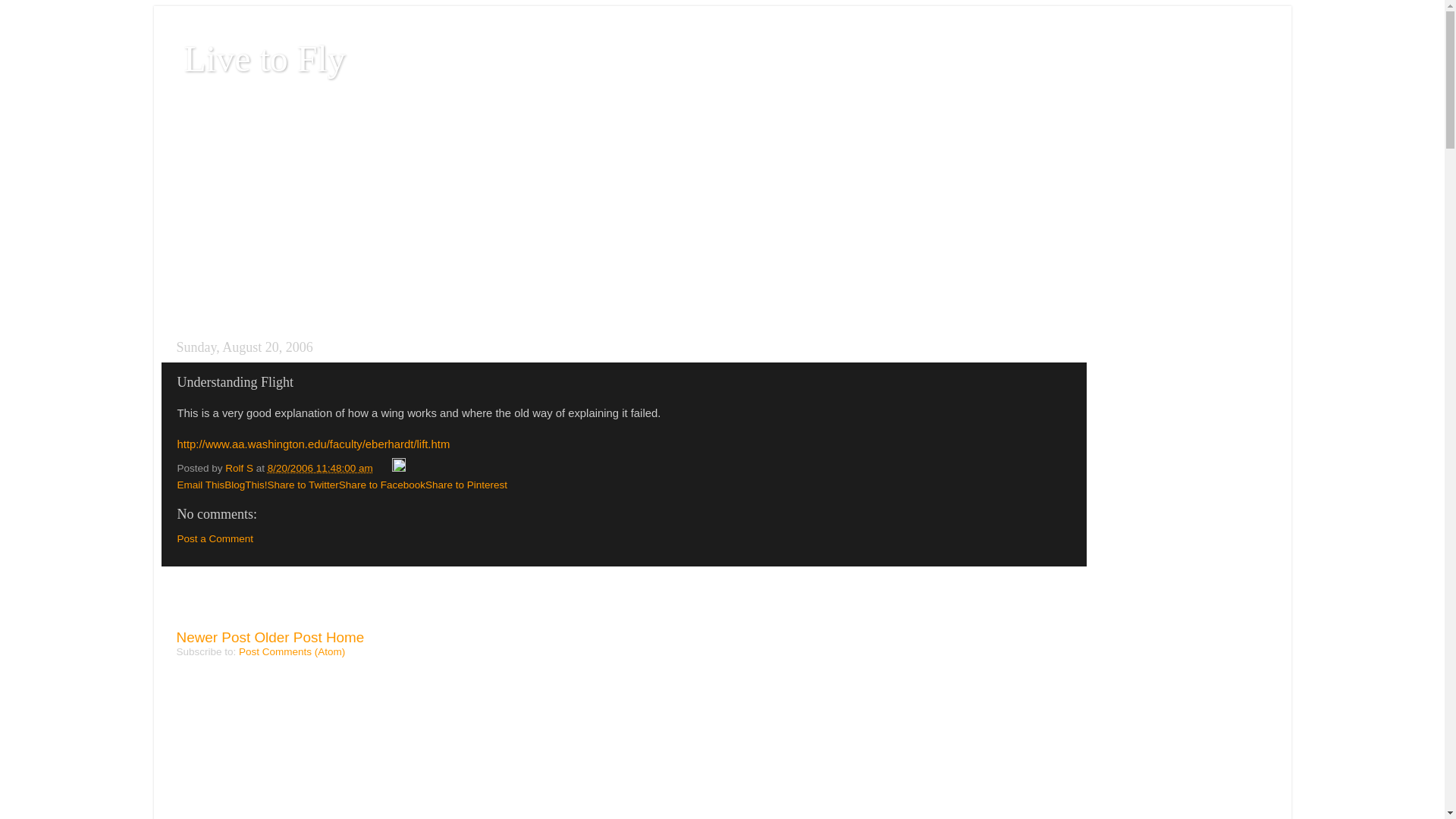 The width and height of the screenshot is (1456, 819). Describe the element at coordinates (177, 485) in the screenshot. I see `'Email This'` at that location.